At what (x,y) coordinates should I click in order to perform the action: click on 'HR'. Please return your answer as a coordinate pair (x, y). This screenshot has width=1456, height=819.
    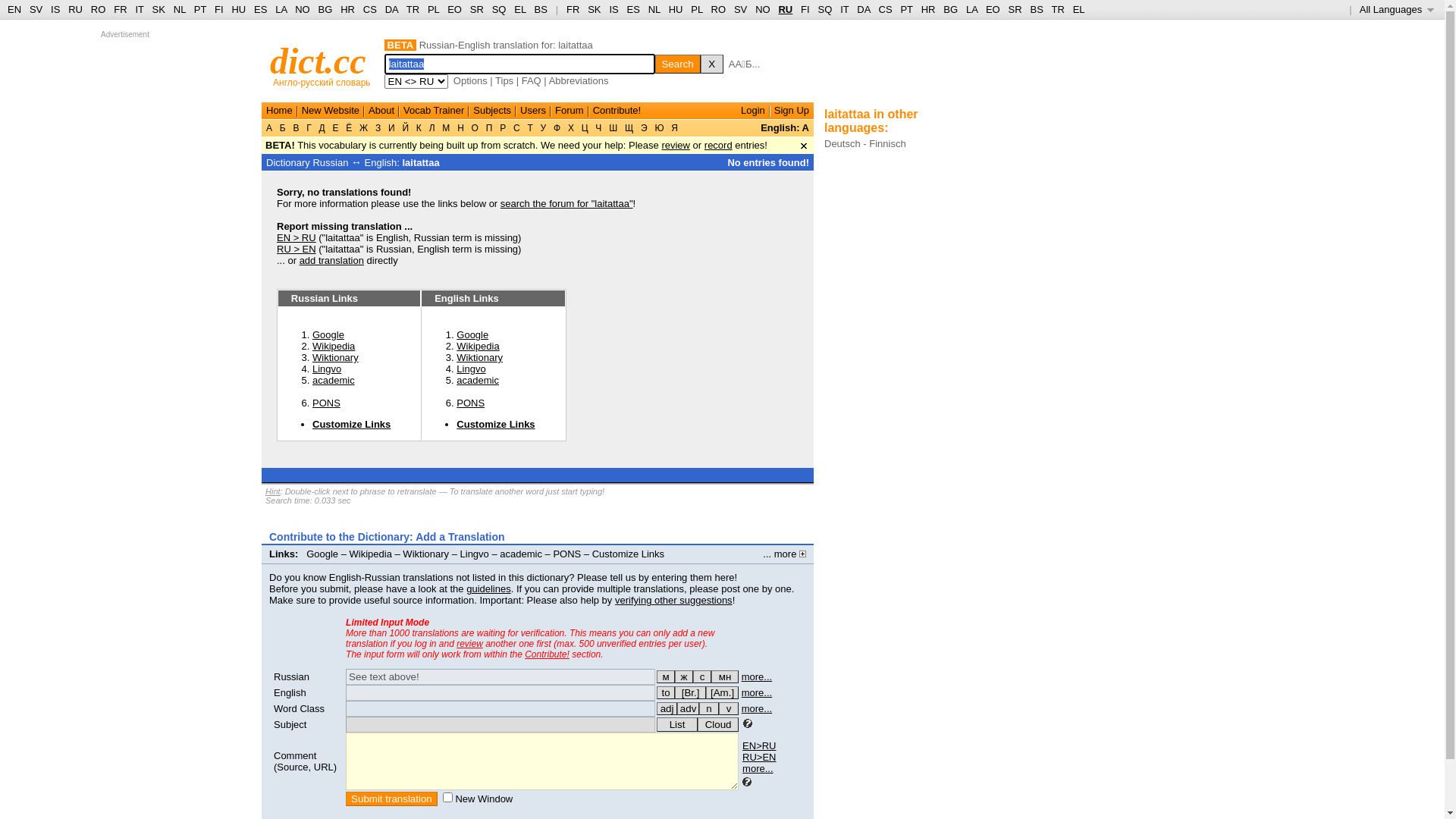
    Looking at the image, I should click on (347, 9).